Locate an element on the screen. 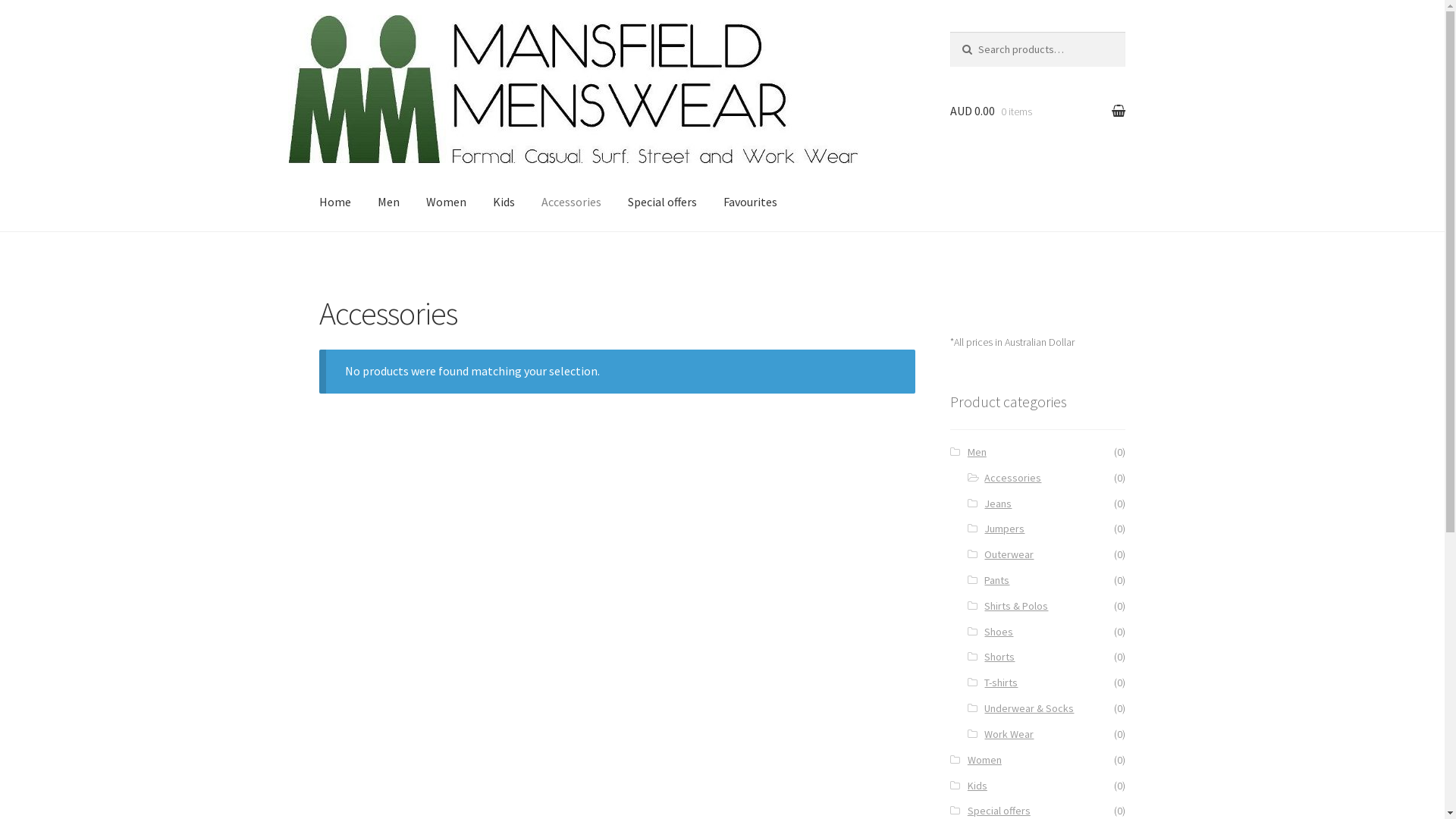 The image size is (1456, 819). 'Women' is located at coordinates (984, 760).